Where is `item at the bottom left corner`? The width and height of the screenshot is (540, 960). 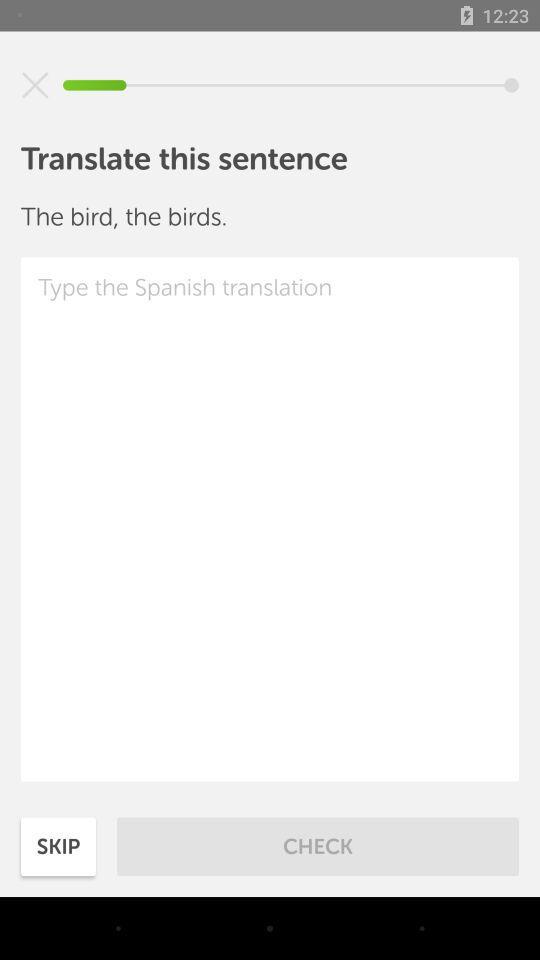 item at the bottom left corner is located at coordinates (58, 845).